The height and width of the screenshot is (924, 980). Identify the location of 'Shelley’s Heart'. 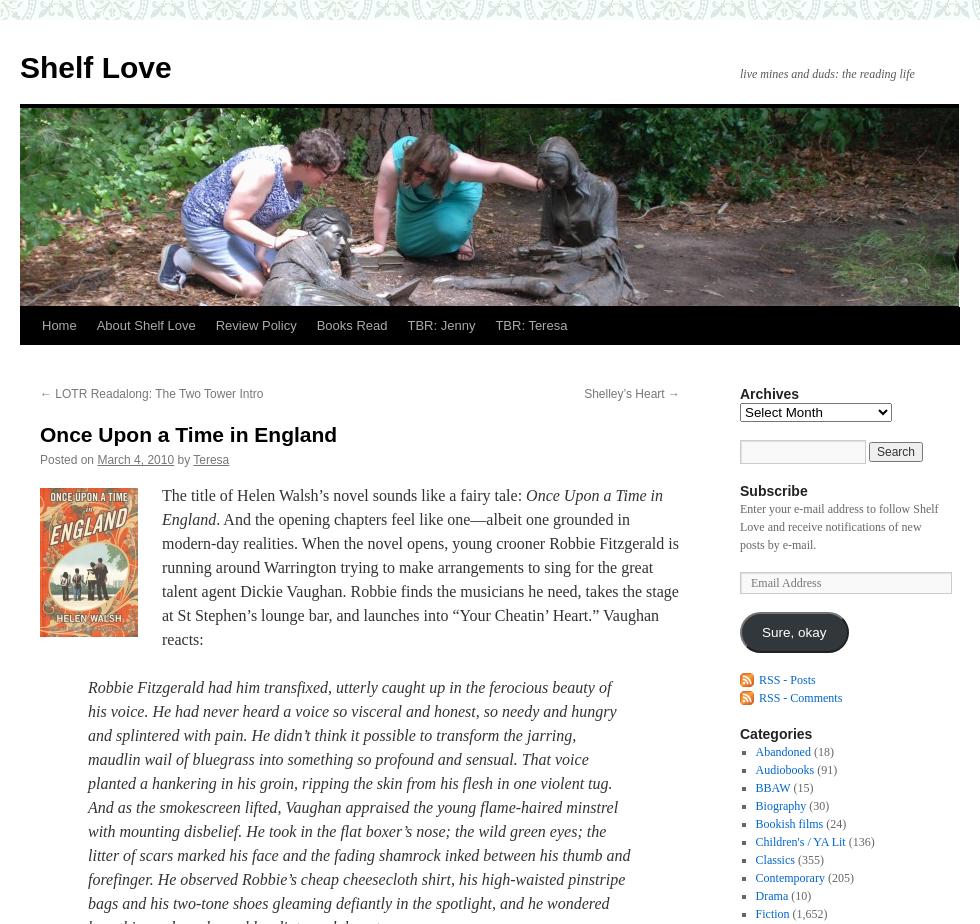
(626, 393).